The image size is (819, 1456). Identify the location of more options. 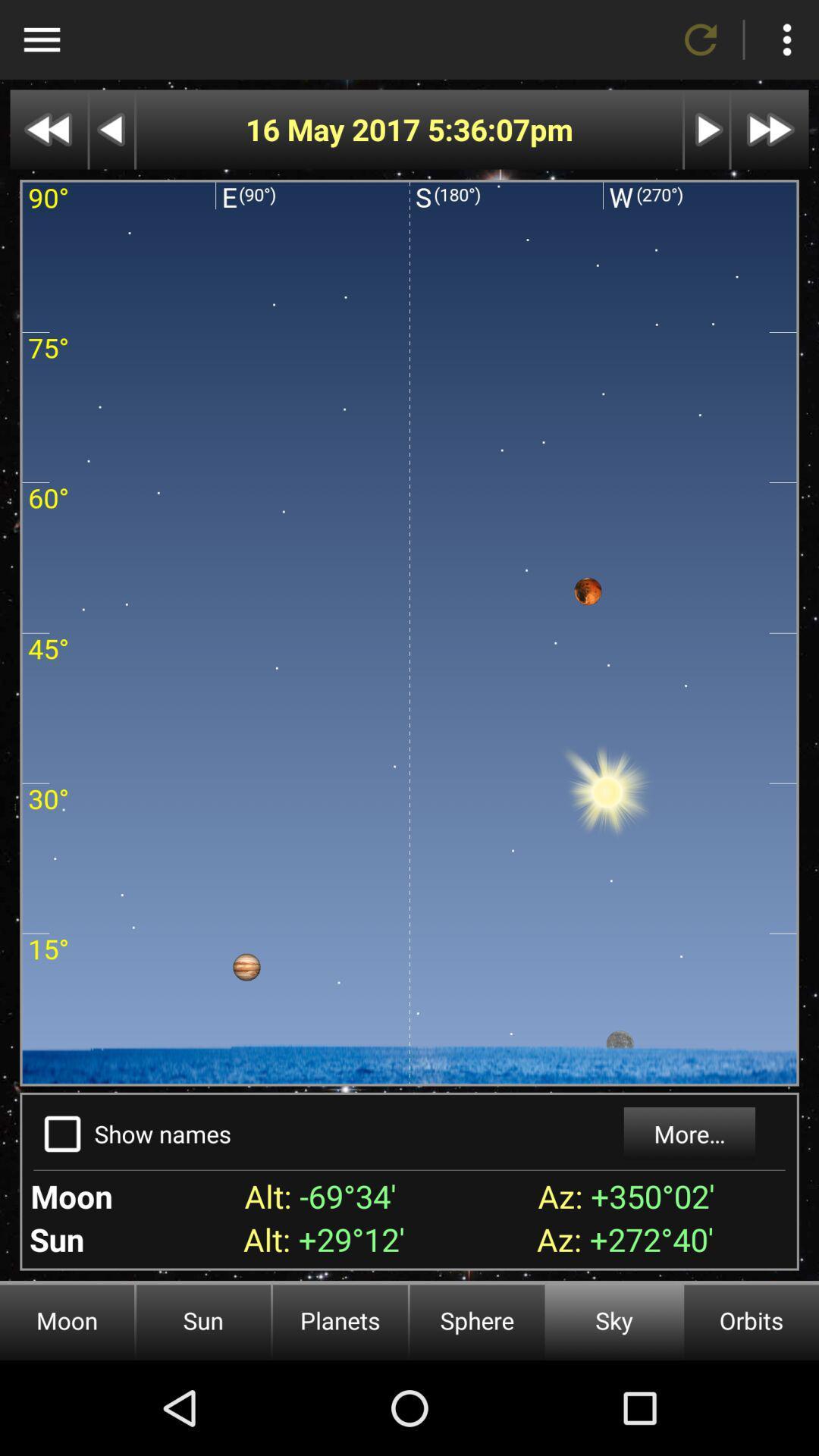
(786, 39).